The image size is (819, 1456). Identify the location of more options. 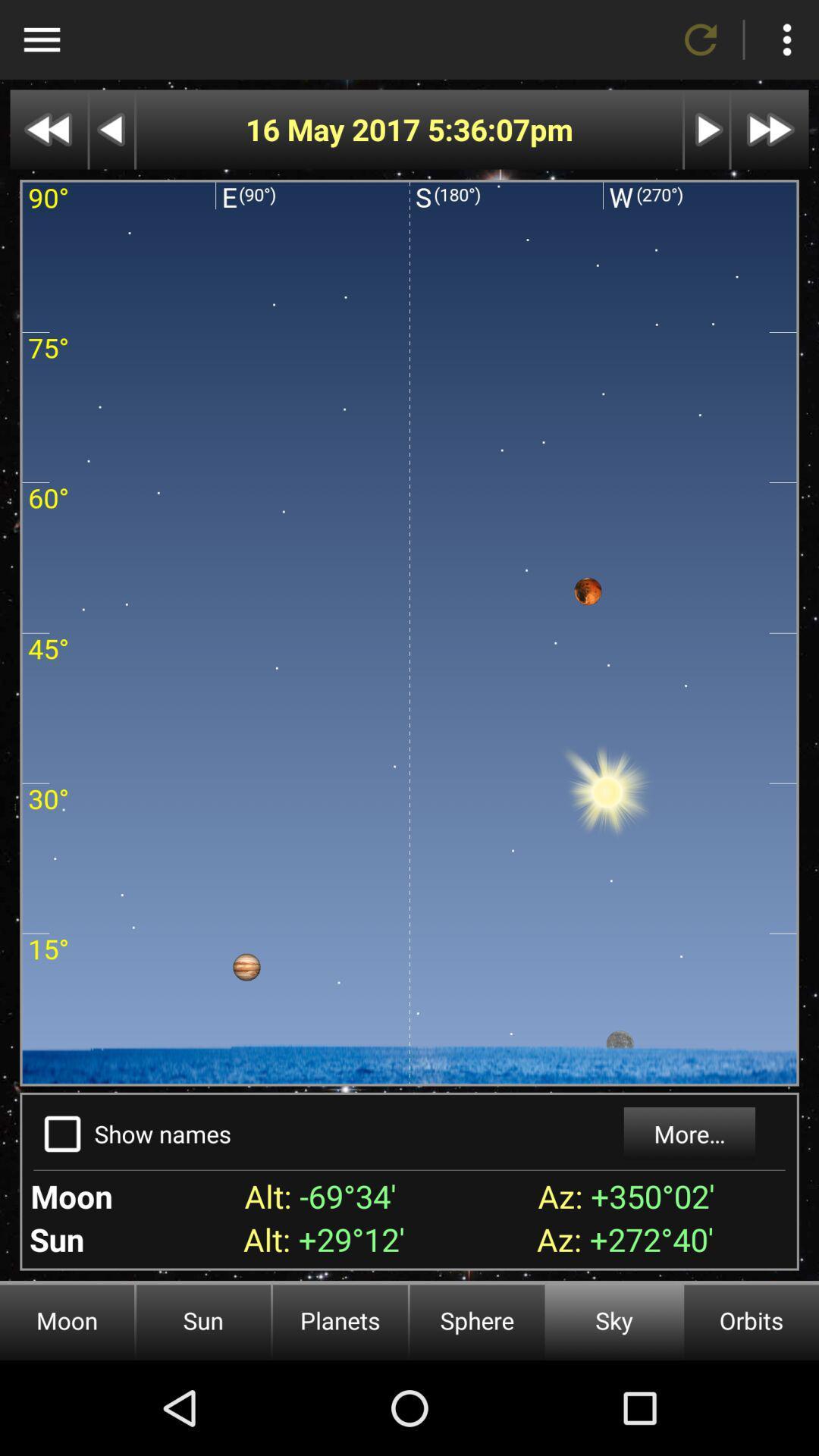
(786, 39).